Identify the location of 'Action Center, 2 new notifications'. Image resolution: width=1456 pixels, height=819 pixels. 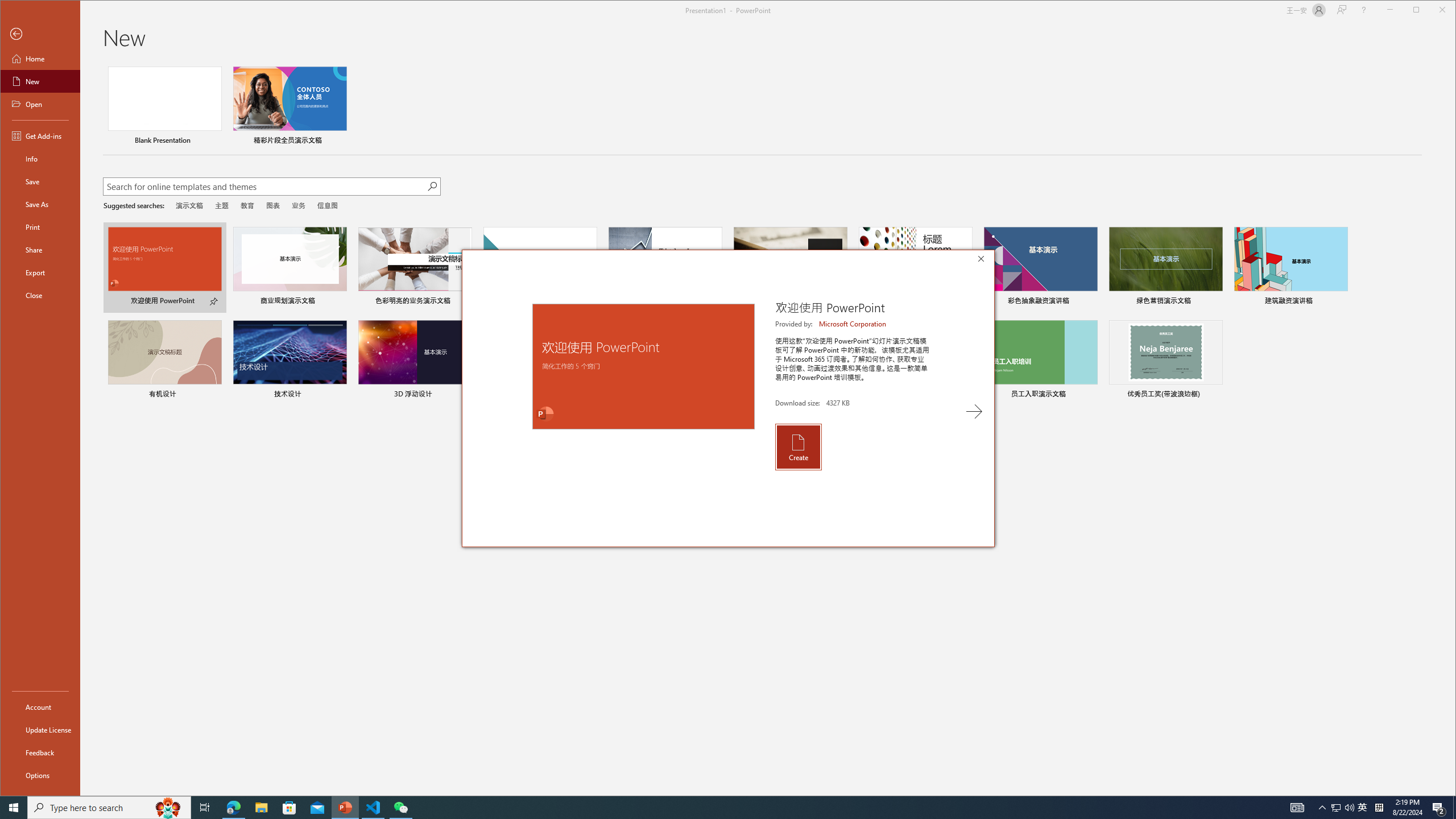
(1439, 806).